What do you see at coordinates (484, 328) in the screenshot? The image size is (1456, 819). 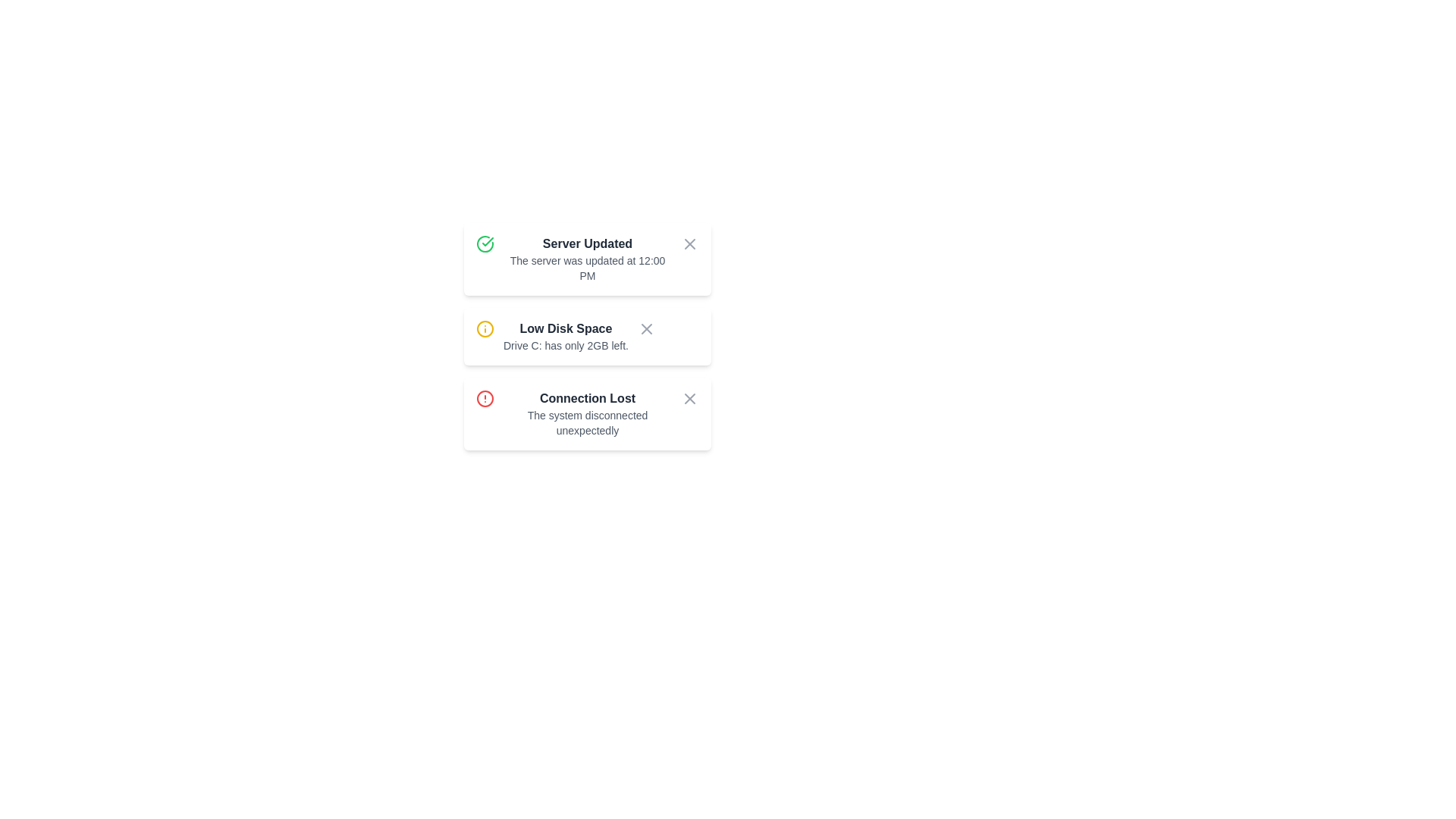 I see `the circular icon with a yellow outline and an exclamation point, located to the left of the 'Low Disk Space' notification` at bounding box center [484, 328].